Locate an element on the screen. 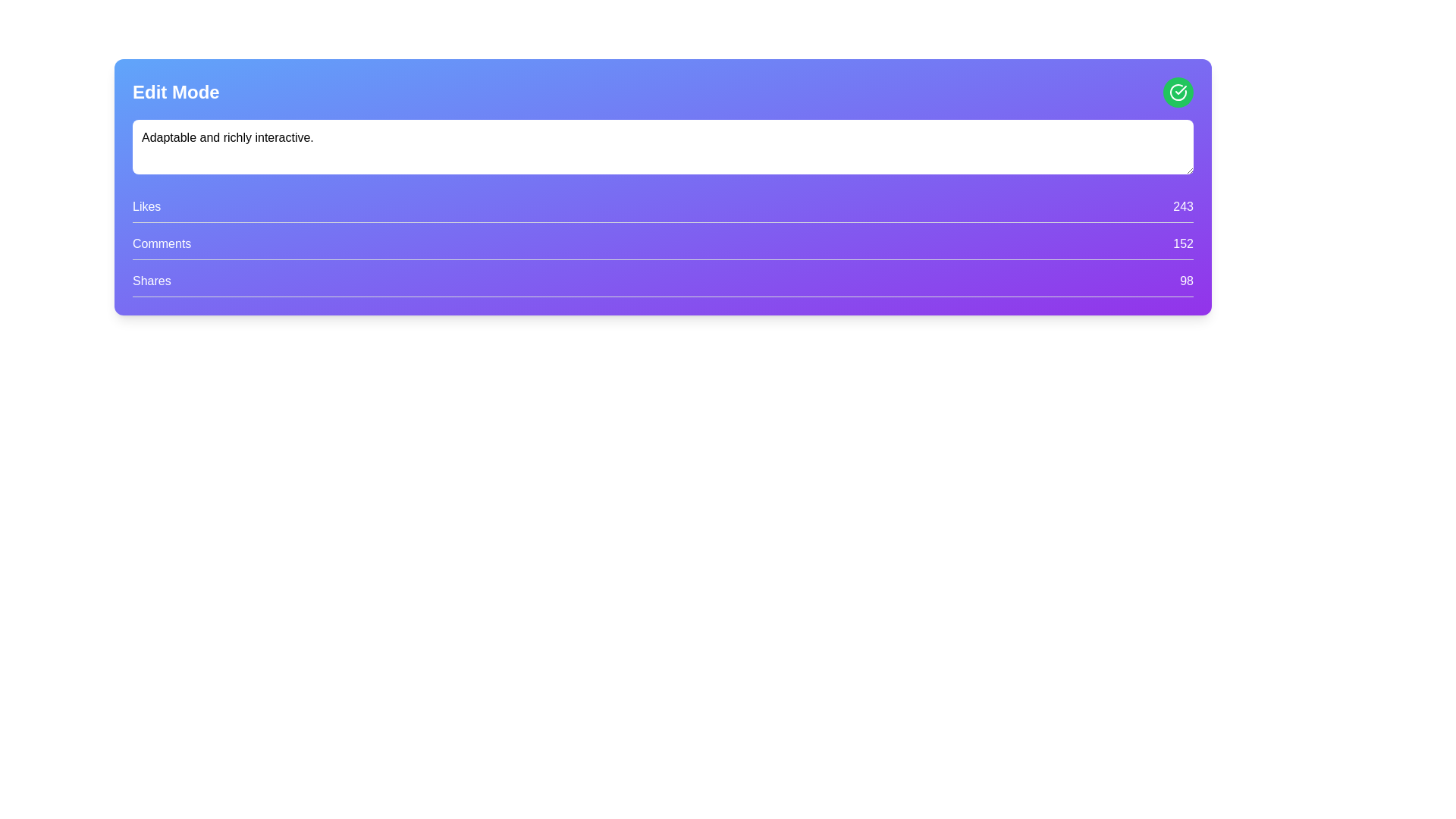  the 'Likes' text display, which shows the number of Likes associated with the entity and is located in the rightmost portion of the row labeled 'Likes' is located at coordinates (1182, 207).